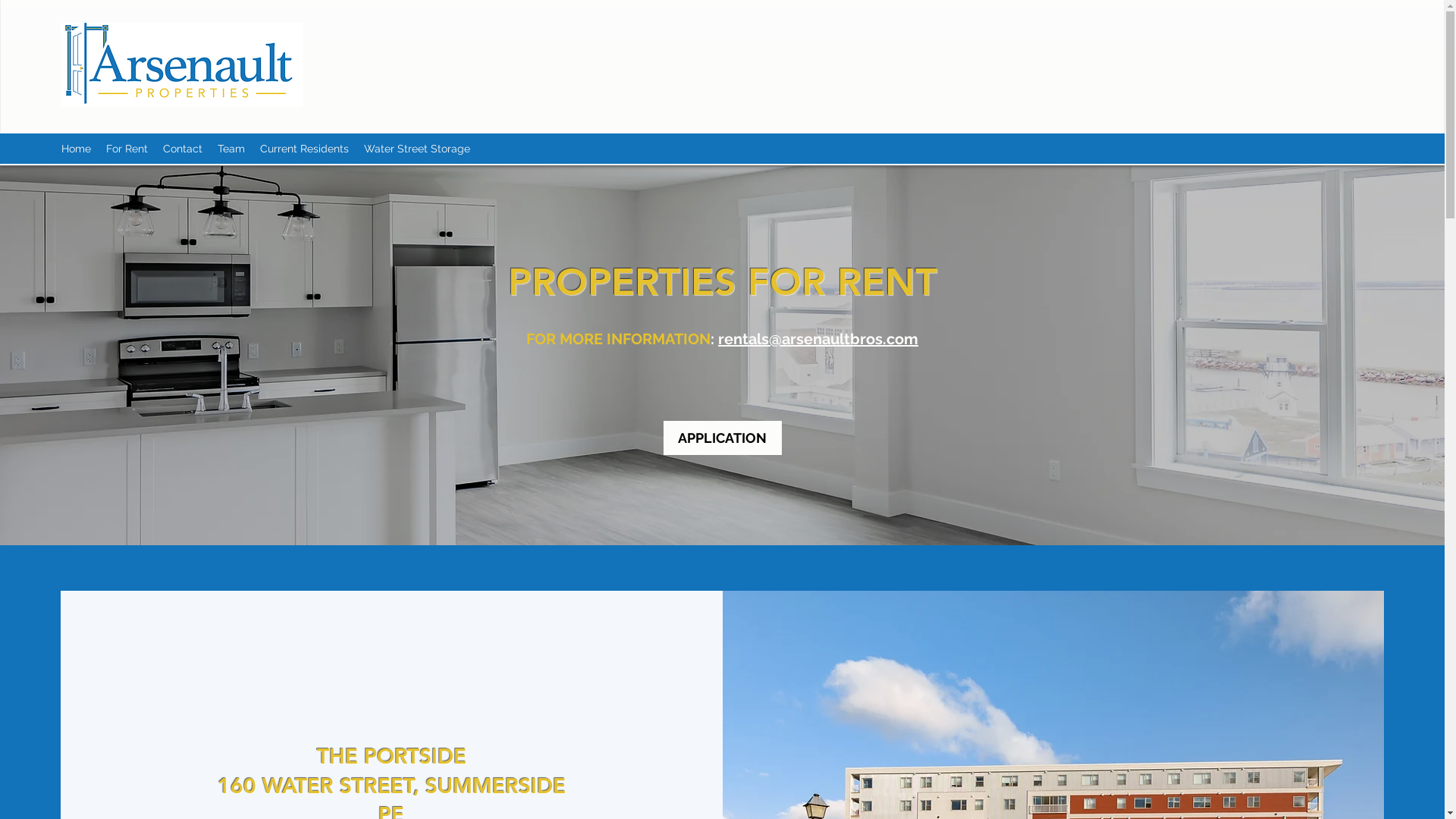 Image resolution: width=1456 pixels, height=819 pixels. What do you see at coordinates (720, 438) in the screenshot?
I see `'APPLICATION'` at bounding box center [720, 438].